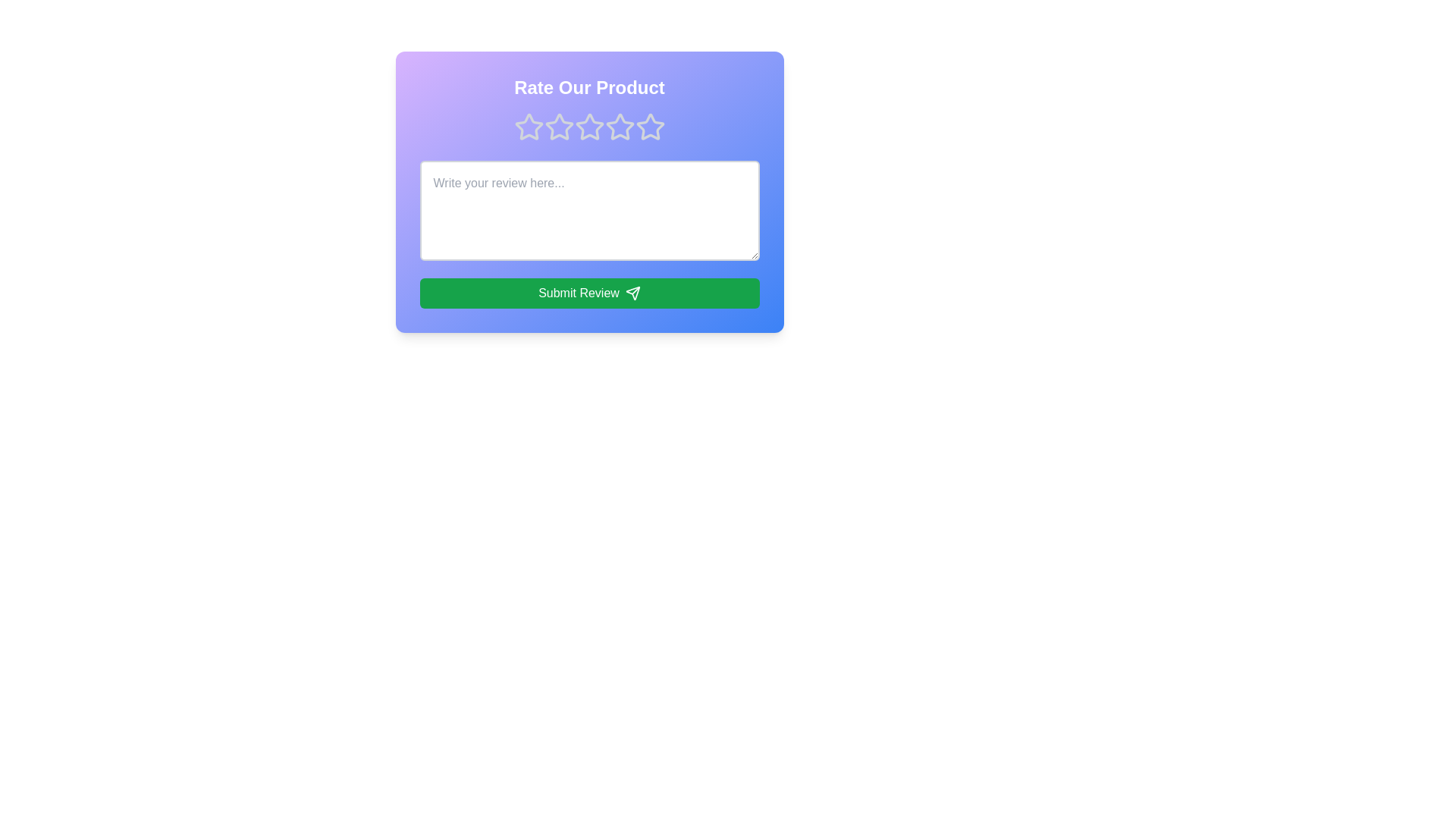  I want to click on the third star in the rating system, so click(588, 127).